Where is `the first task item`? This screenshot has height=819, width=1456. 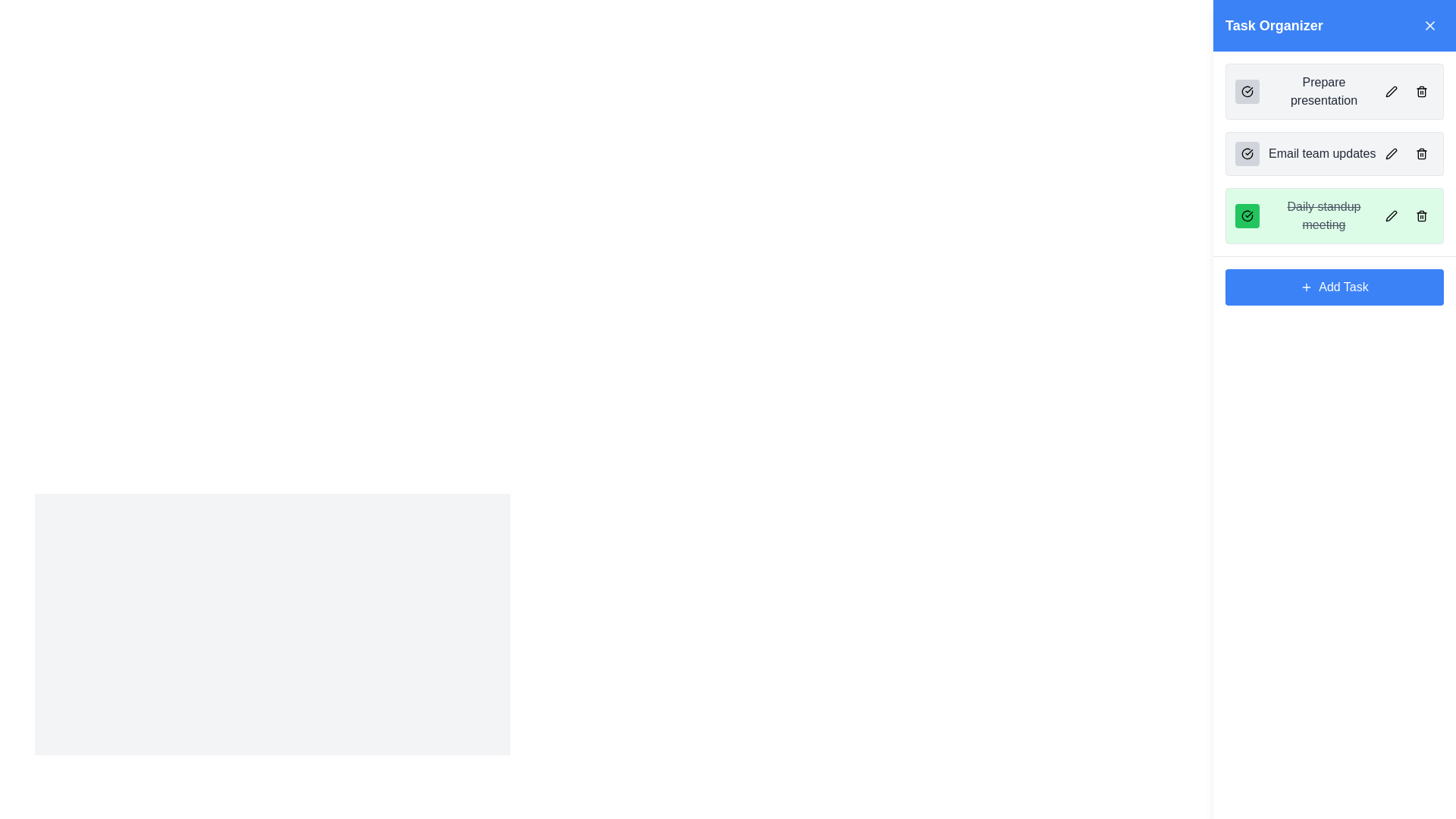
the first task item is located at coordinates (1306, 91).